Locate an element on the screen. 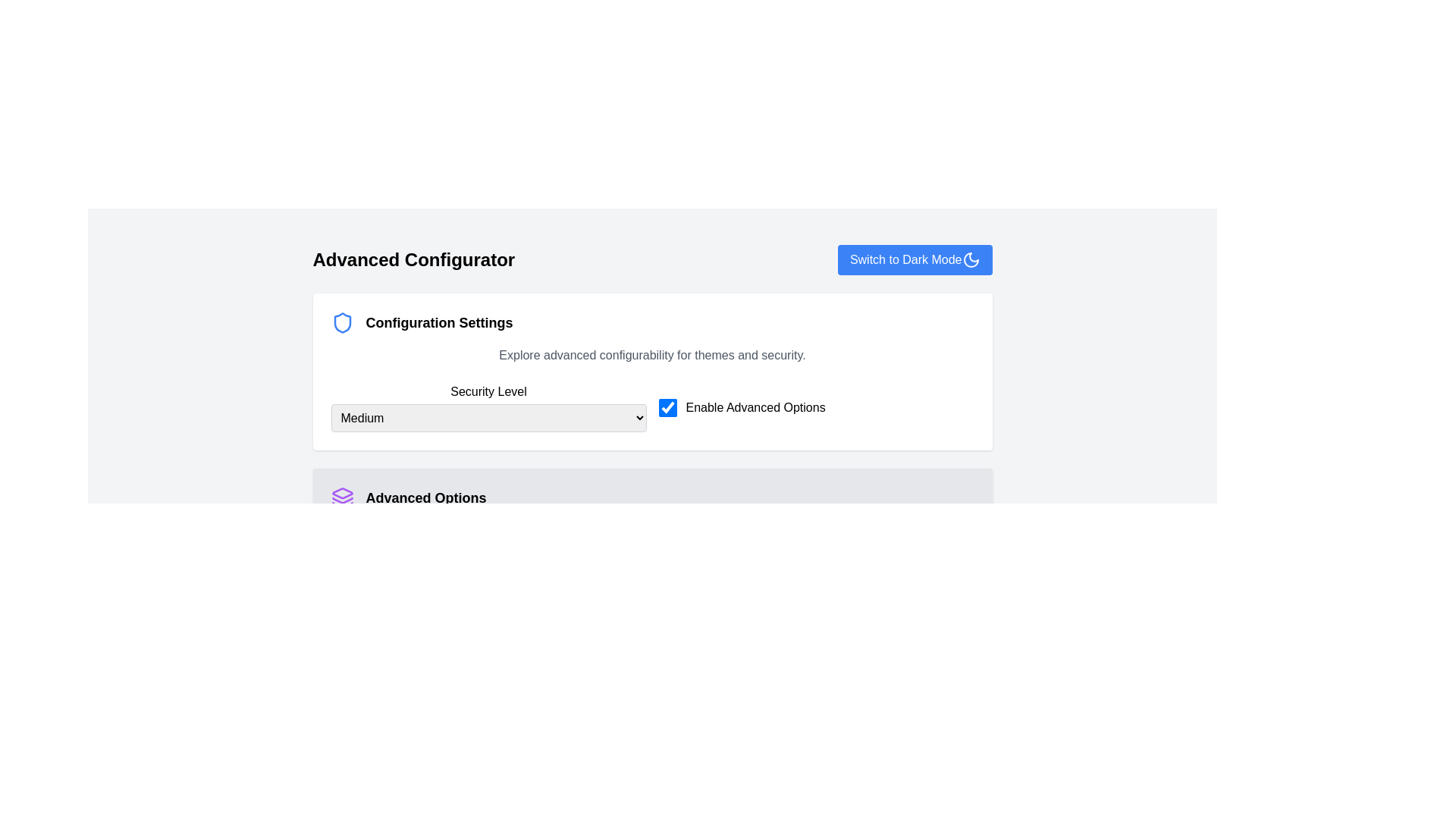  the checkbox titled 'Enable Advanced Options' within the 'Configuration Settings' section is located at coordinates (652, 406).